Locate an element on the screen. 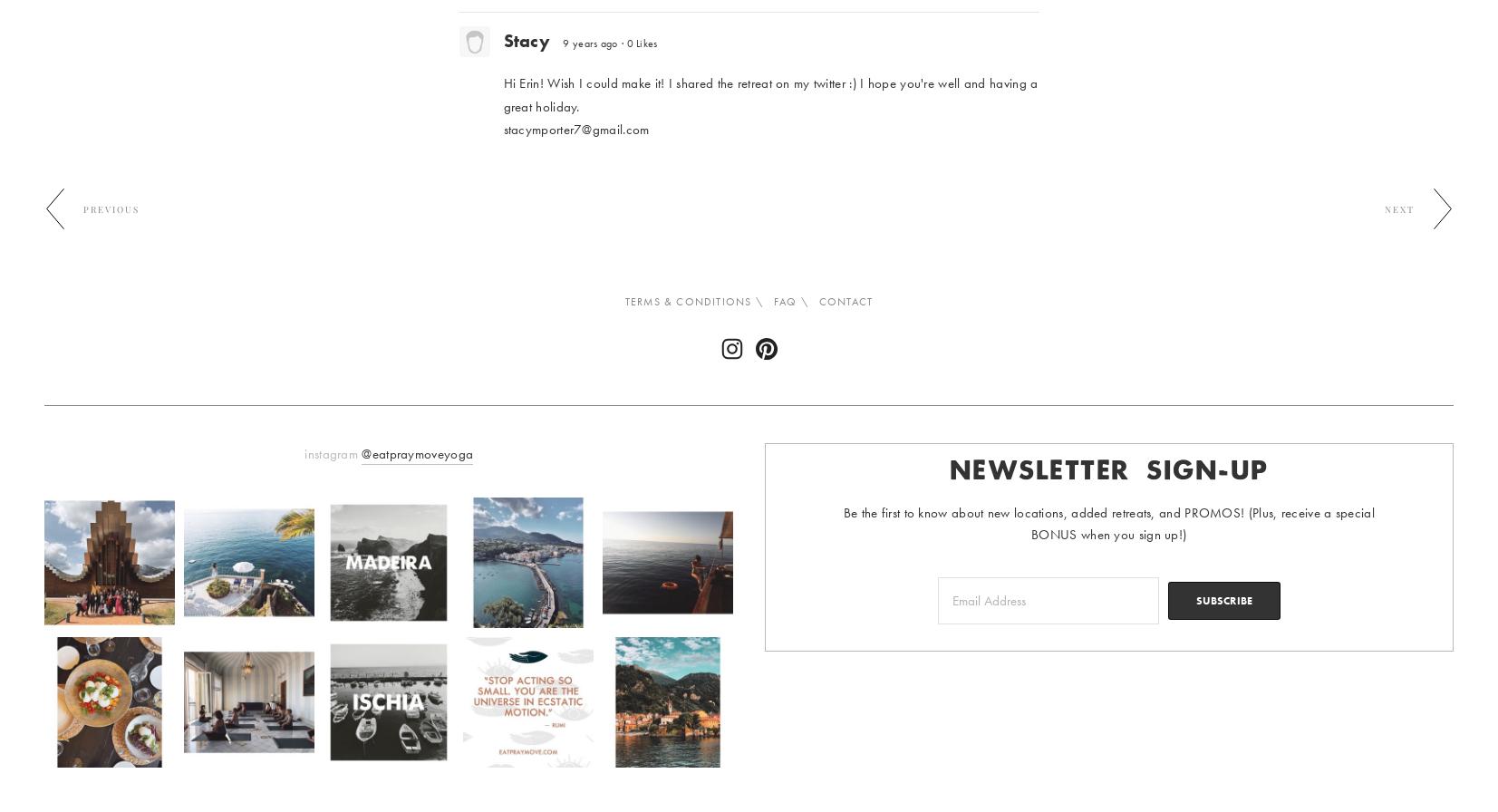 The image size is (1498, 812). '9 years ago' is located at coordinates (588, 43).